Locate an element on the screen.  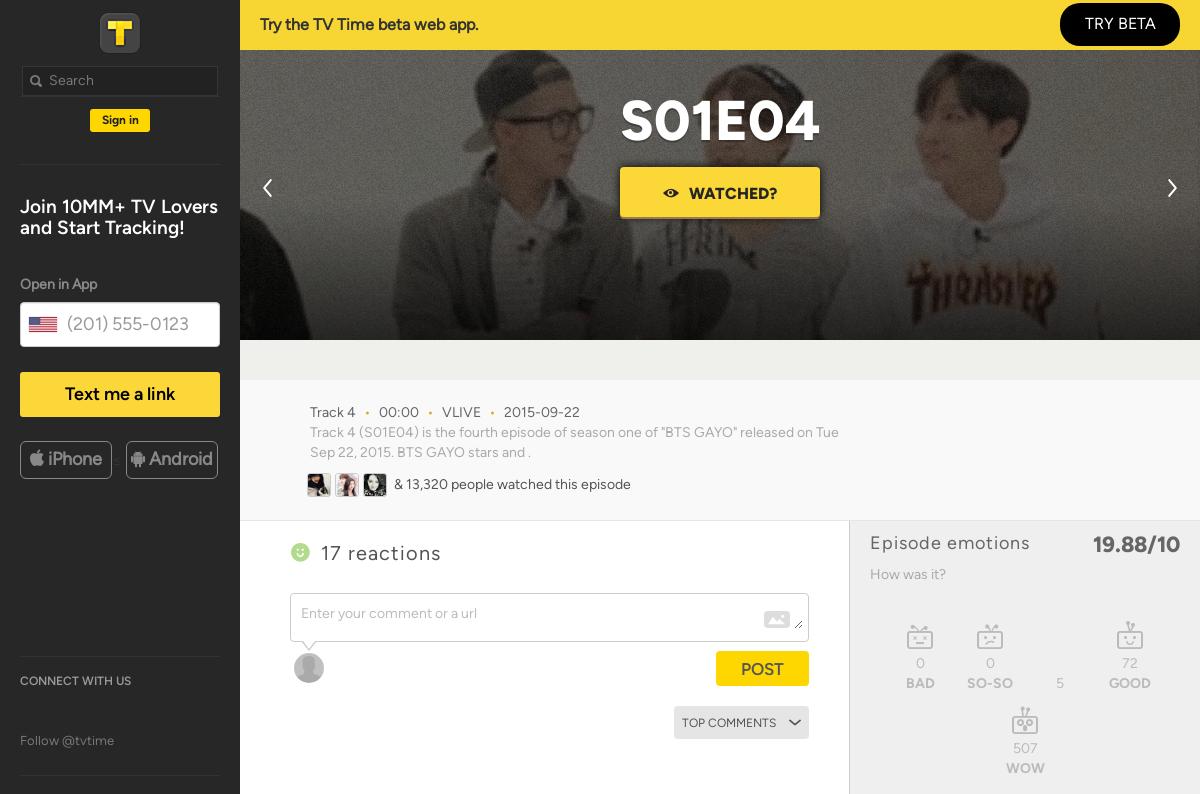
'Connect with us' is located at coordinates (75, 681).